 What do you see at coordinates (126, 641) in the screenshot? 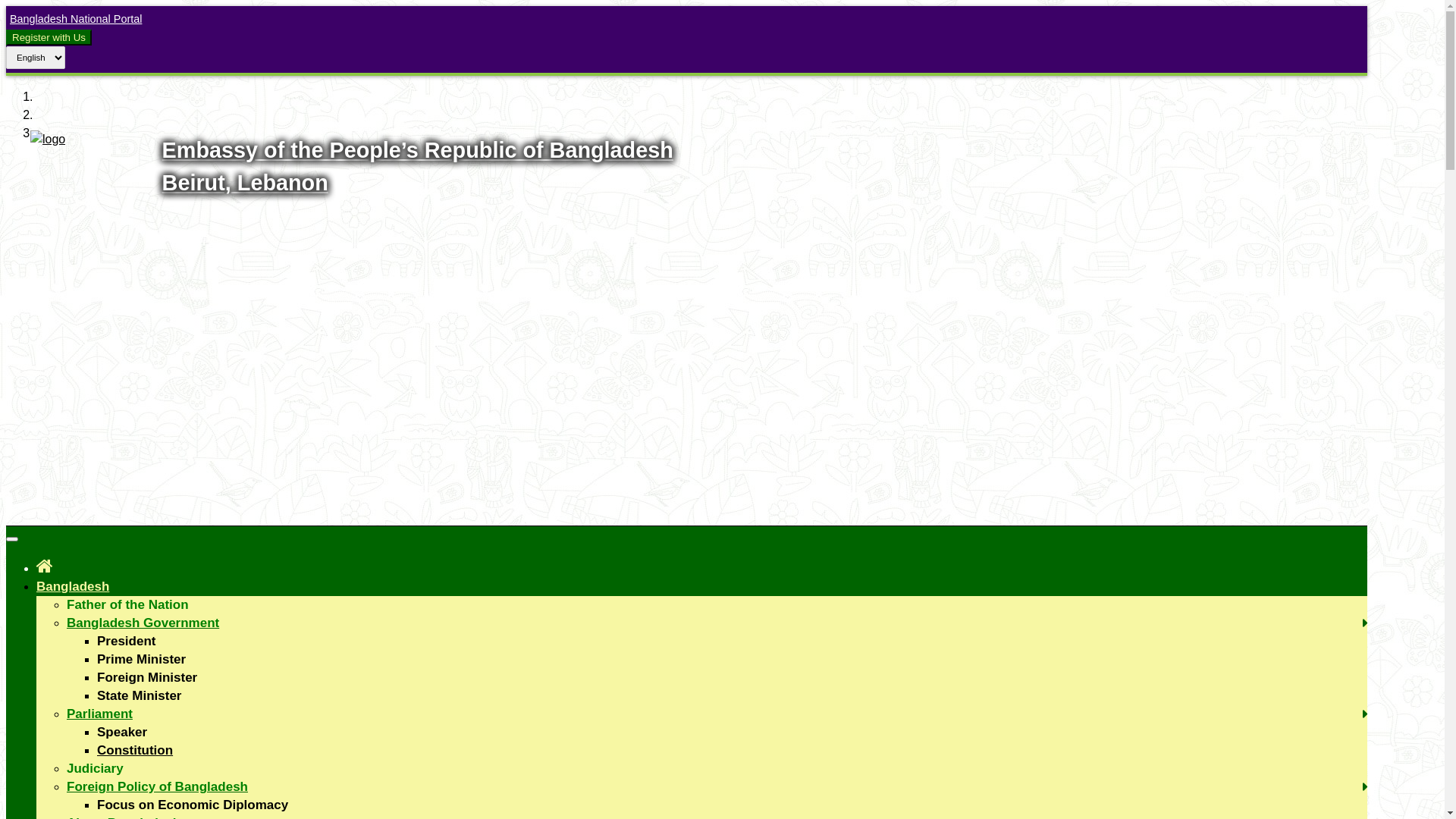
I see `'President'` at bounding box center [126, 641].